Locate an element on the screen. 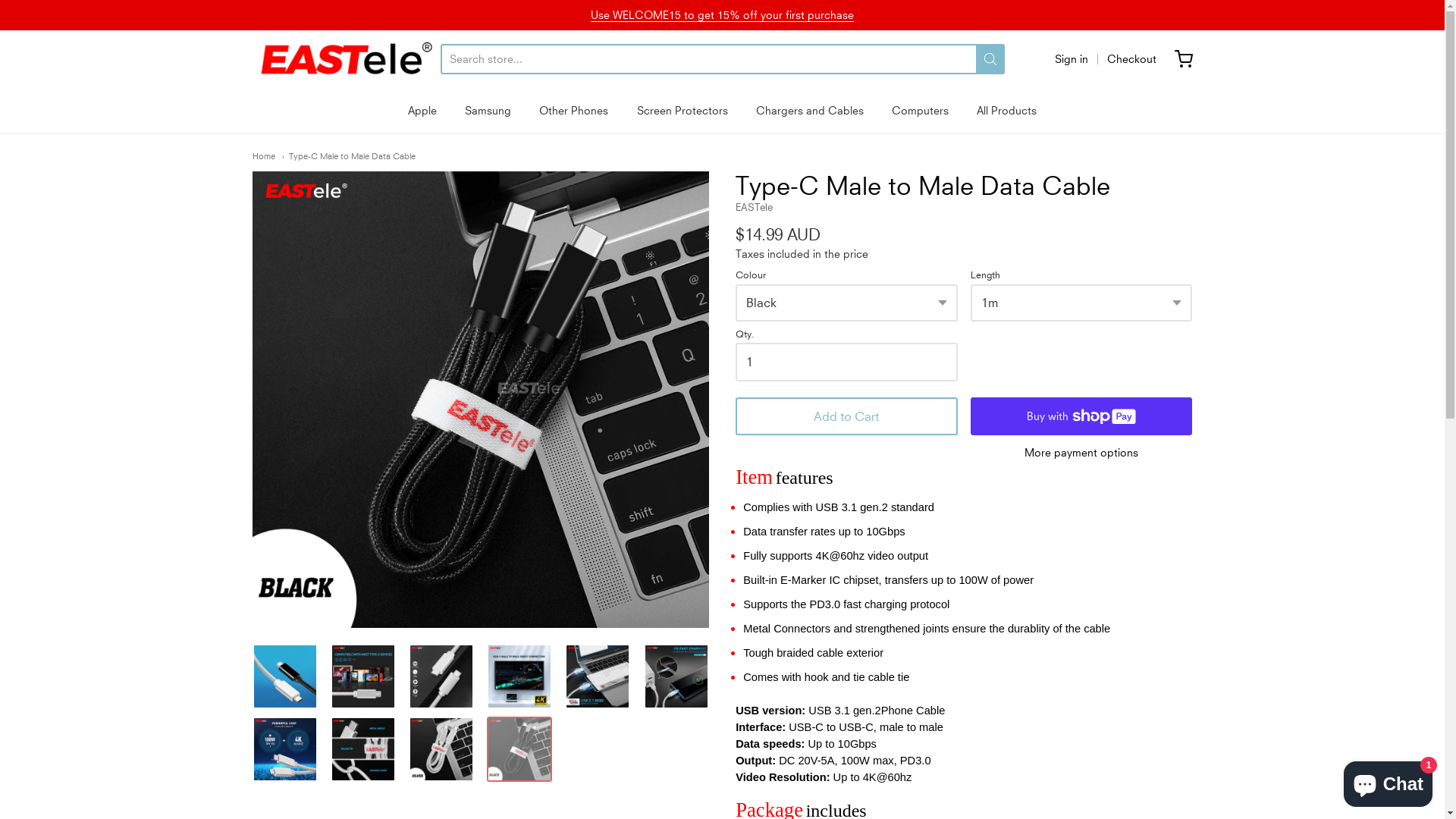  'Type-C Male to Male Data Cable' is located at coordinates (362, 748).